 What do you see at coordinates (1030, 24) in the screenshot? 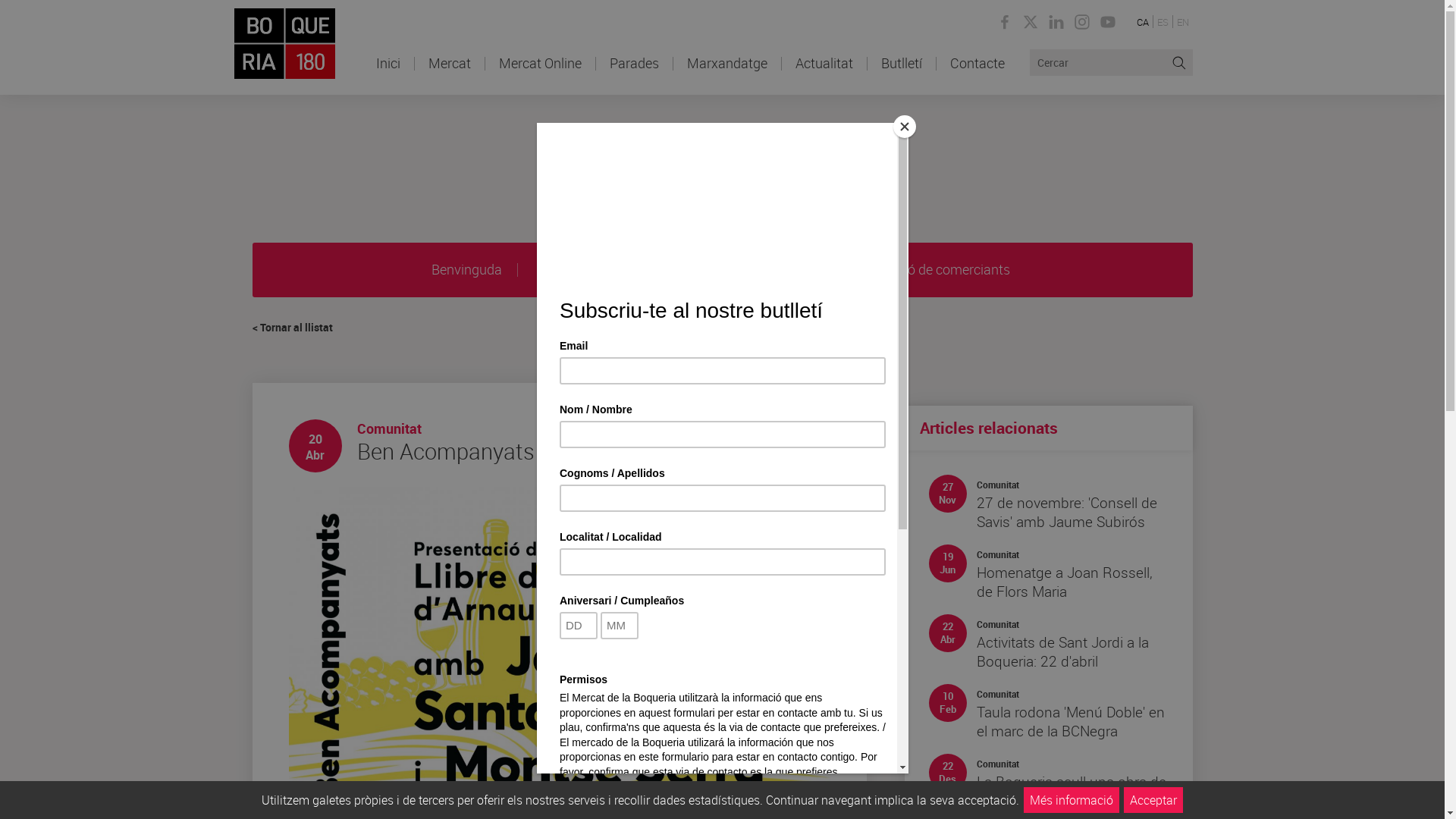
I see `'Twitter de la Boqueria'` at bounding box center [1030, 24].